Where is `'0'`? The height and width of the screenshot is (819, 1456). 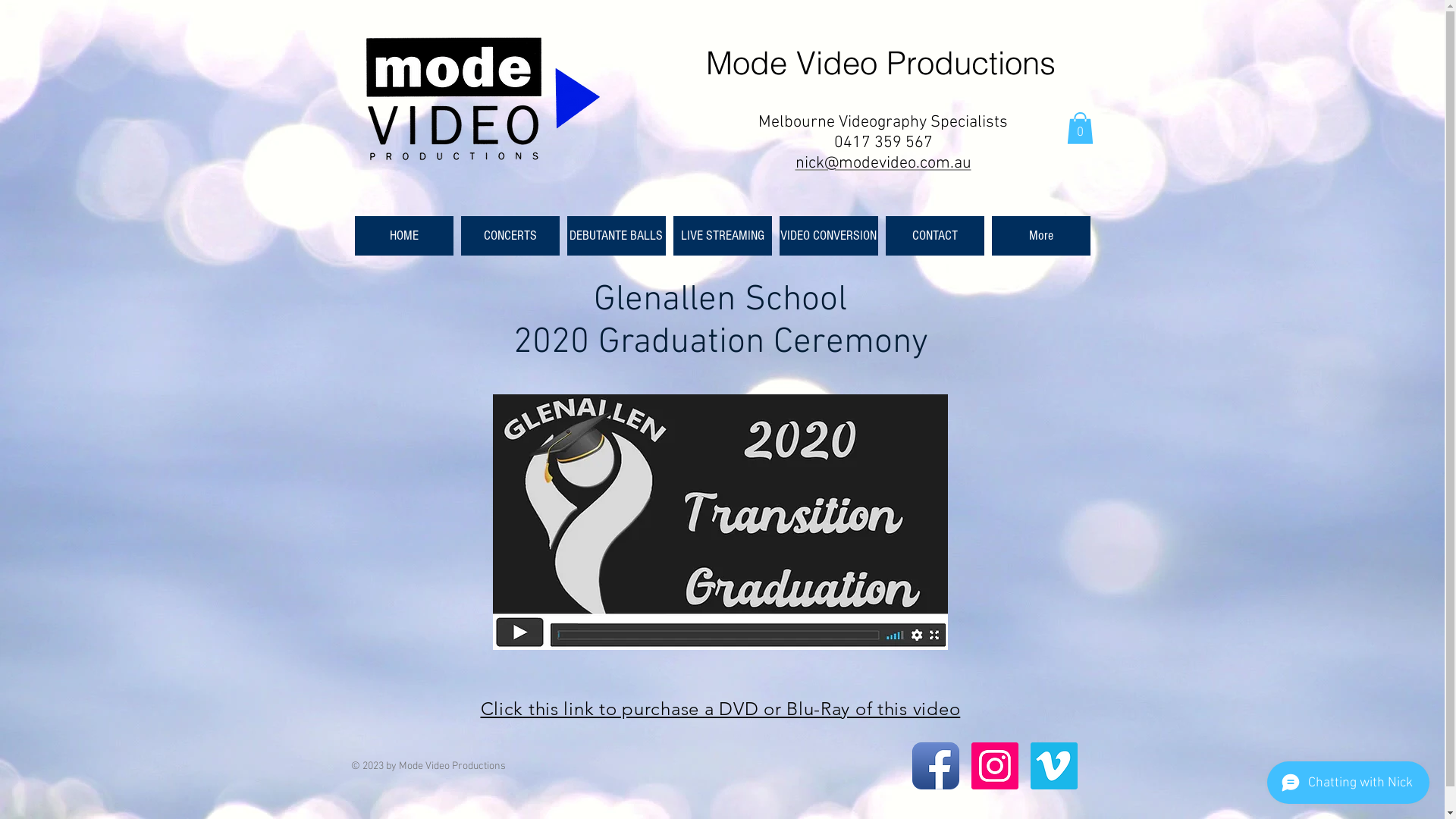
'0' is located at coordinates (1078, 127).